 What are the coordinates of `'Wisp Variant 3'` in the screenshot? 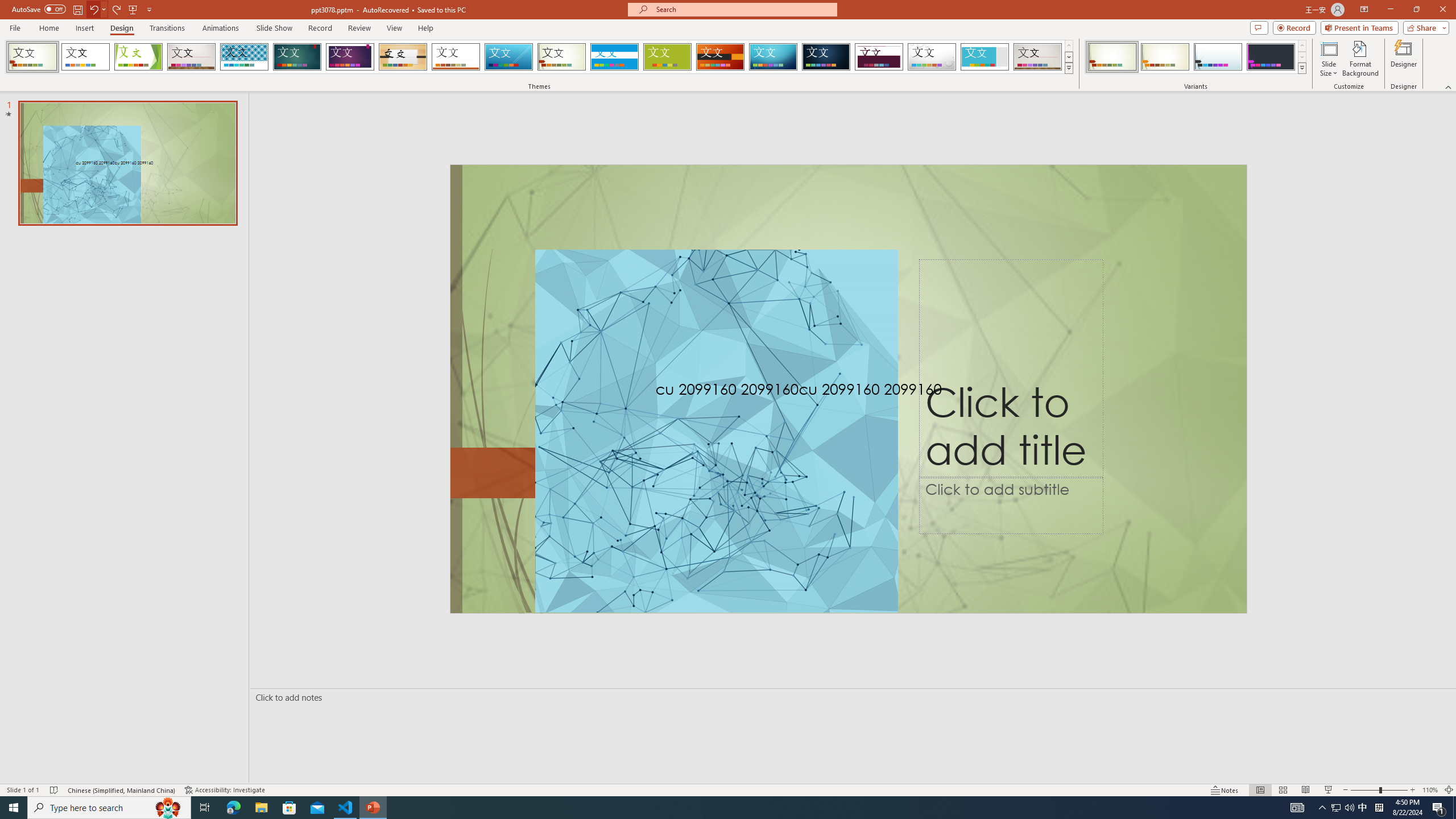 It's located at (1217, 56).